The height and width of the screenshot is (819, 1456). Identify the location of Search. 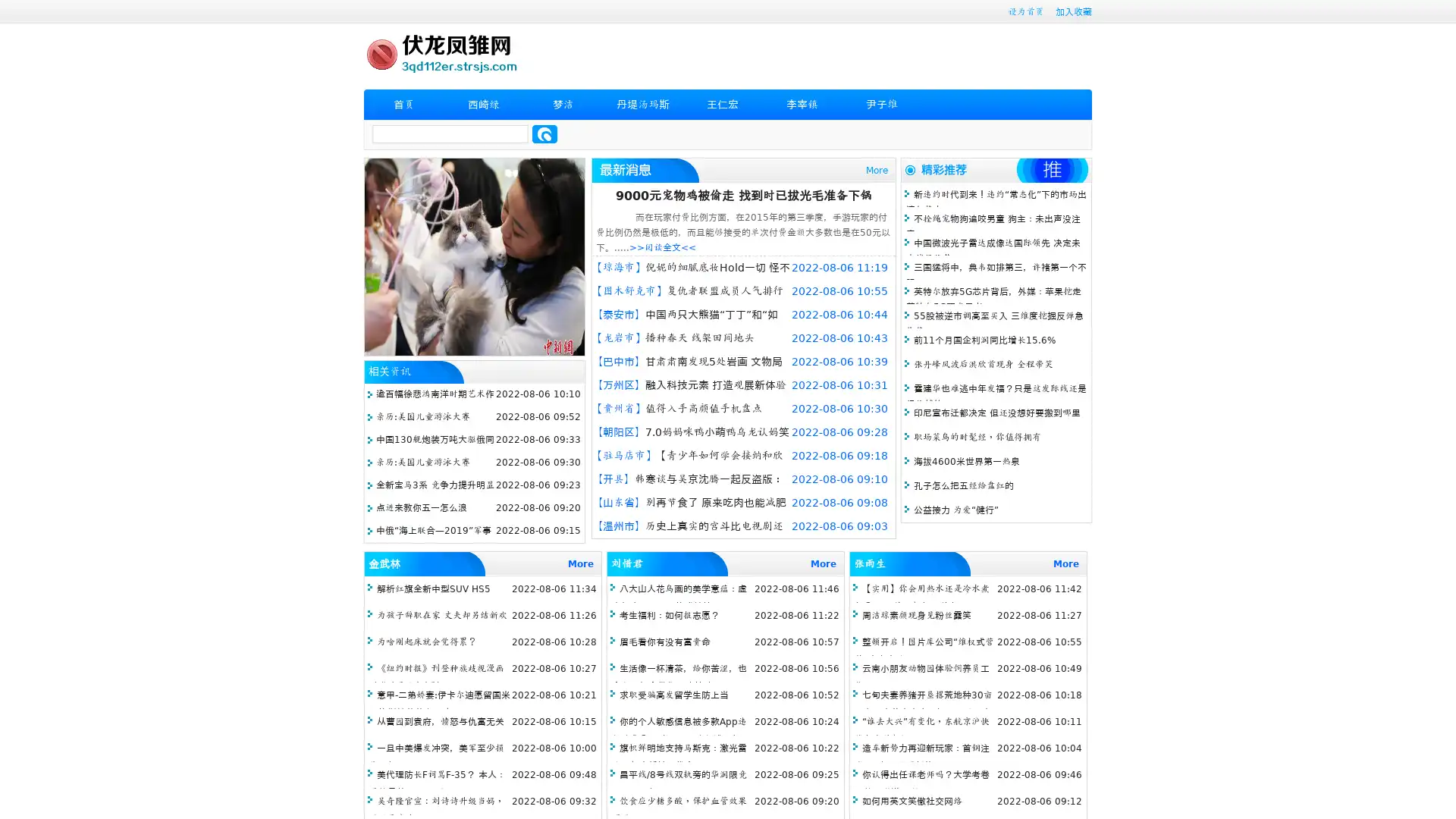
(544, 133).